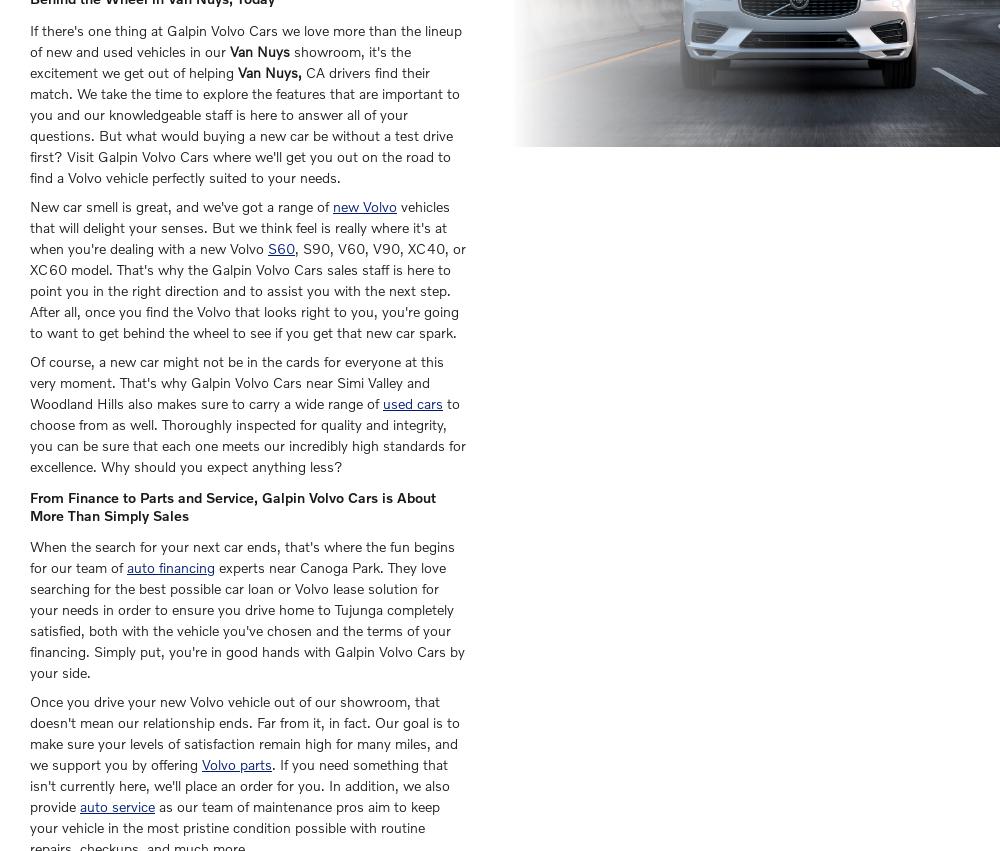 This screenshot has width=1000, height=851. What do you see at coordinates (127, 566) in the screenshot?
I see `'auto financing'` at bounding box center [127, 566].